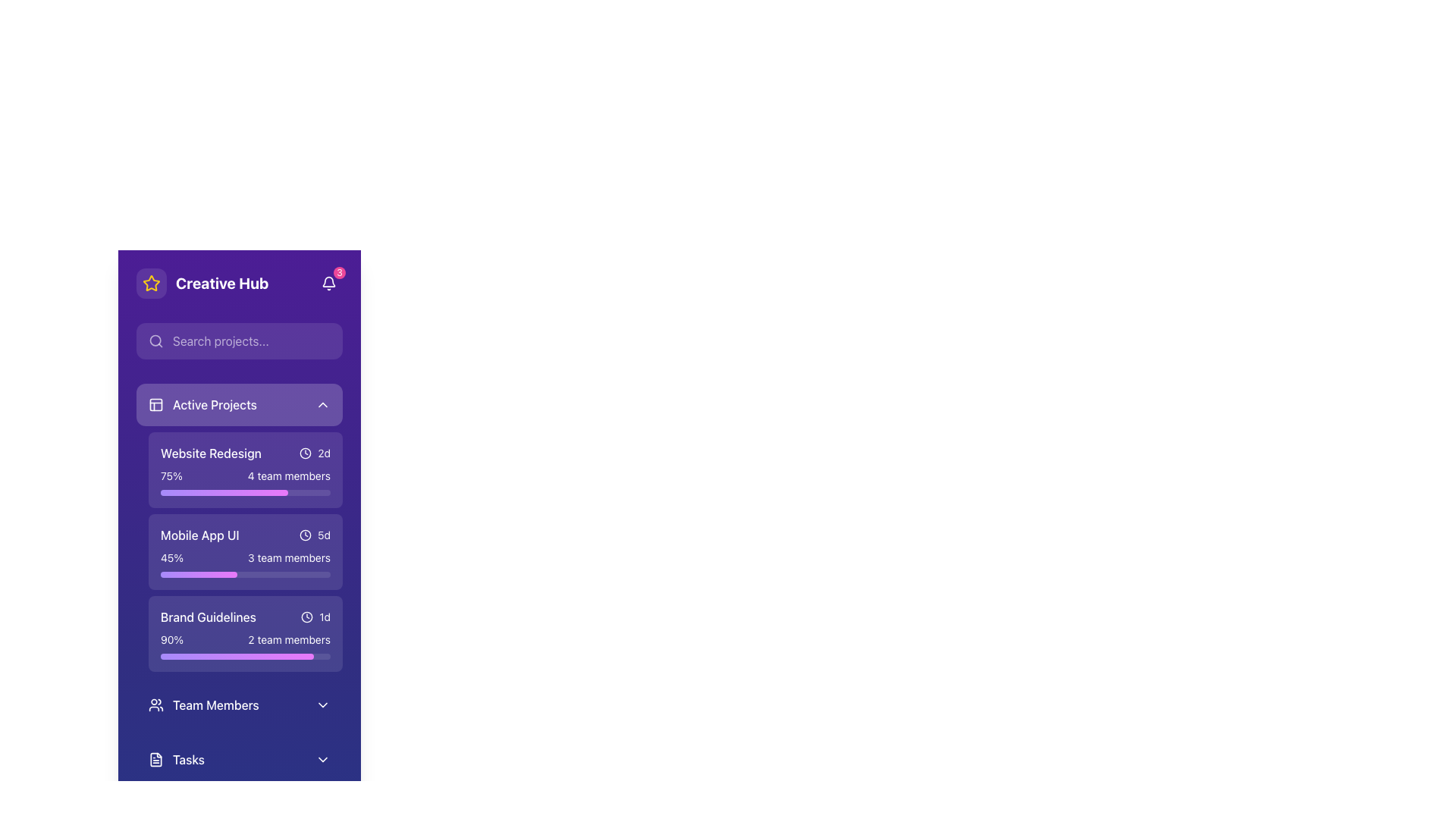 The width and height of the screenshot is (1456, 819). Describe the element at coordinates (202, 403) in the screenshot. I see `the 'Active Projects' labeled category header element, which features an icon with a white outline on a purple background and text in medium-weight font style` at that location.